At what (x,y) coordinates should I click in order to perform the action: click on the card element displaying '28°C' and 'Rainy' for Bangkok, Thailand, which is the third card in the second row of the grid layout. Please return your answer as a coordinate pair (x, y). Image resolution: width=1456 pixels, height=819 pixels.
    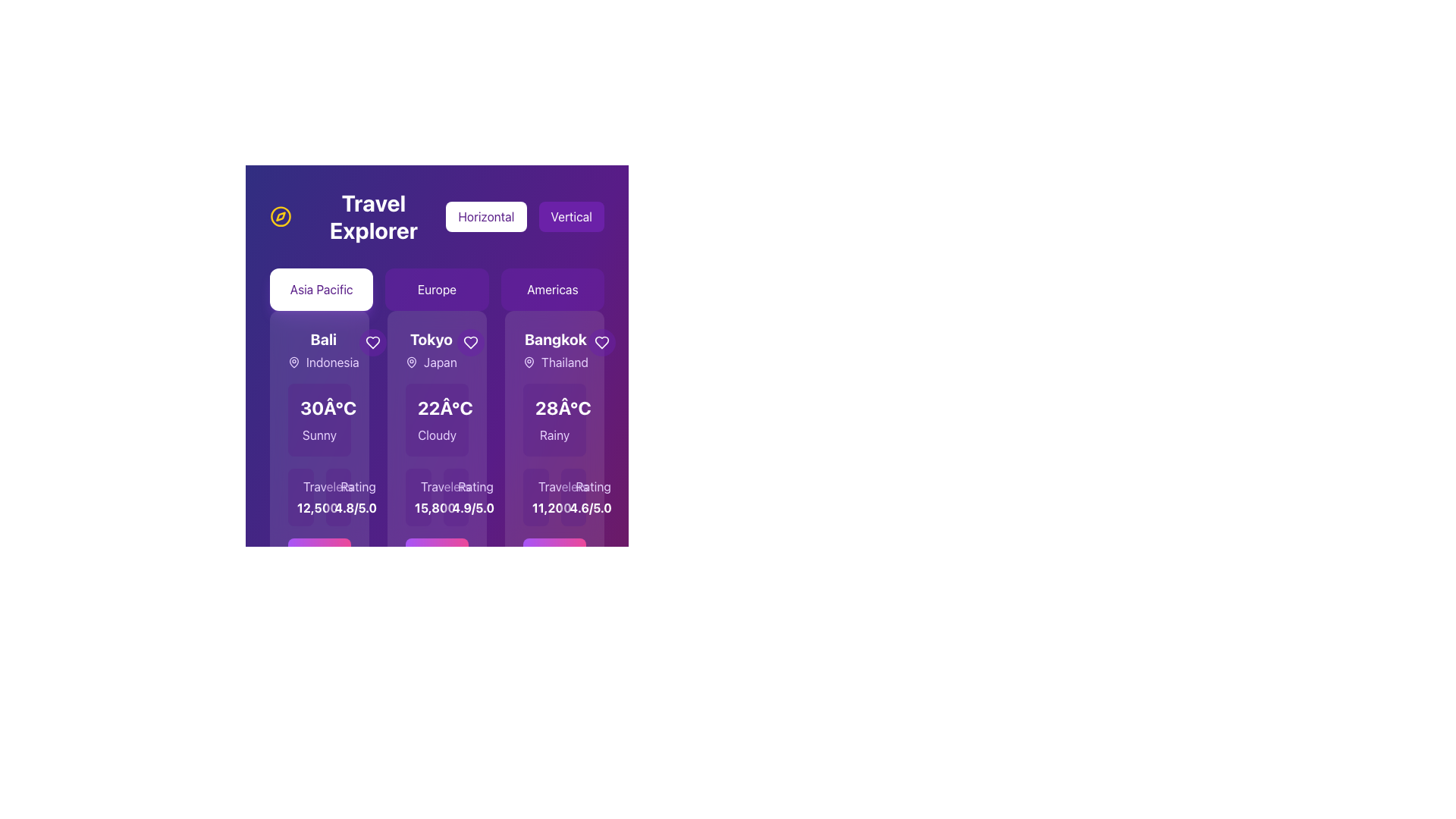
    Looking at the image, I should click on (554, 420).